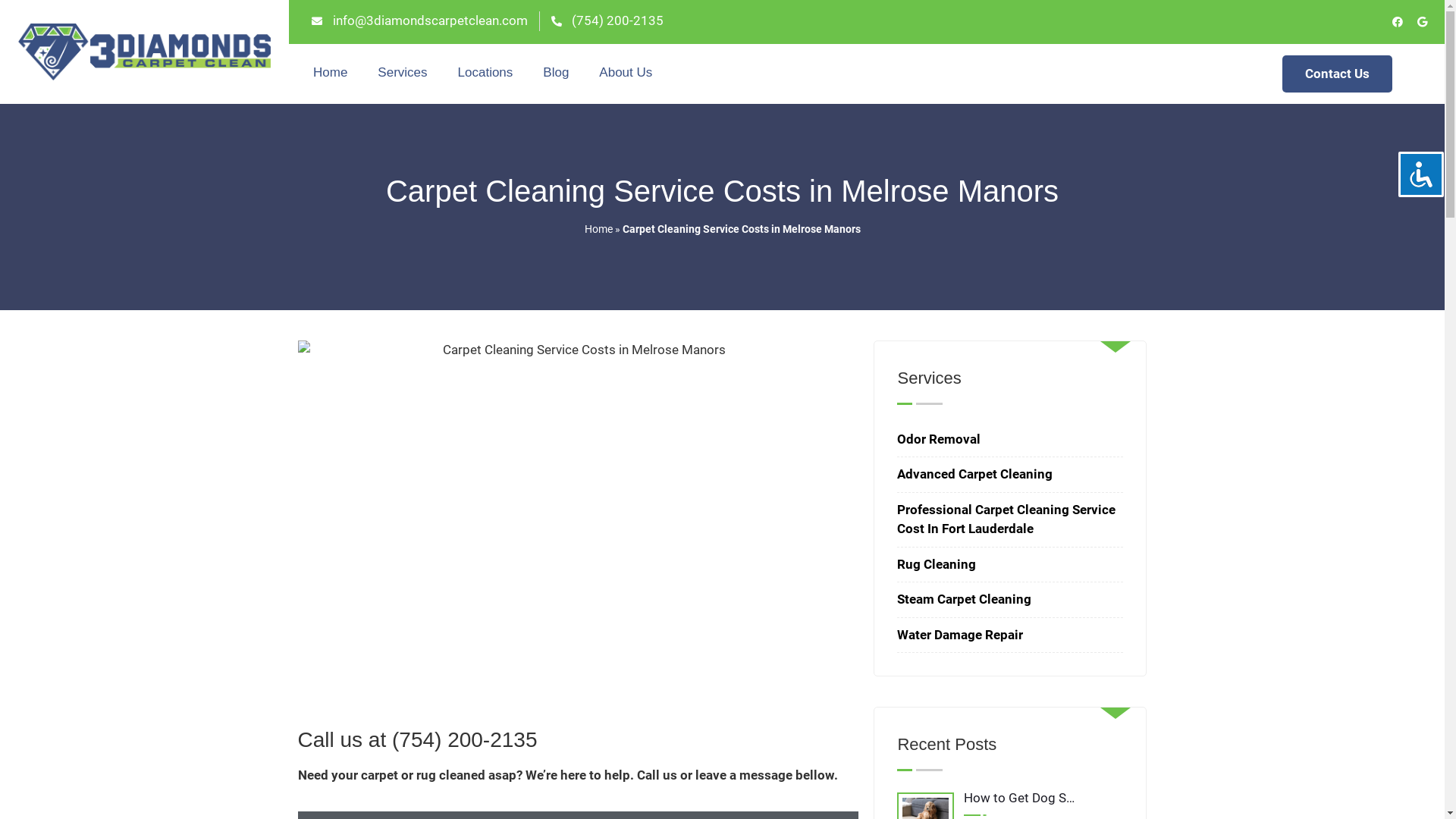  Describe the element at coordinates (582, 229) in the screenshot. I see `'Home'` at that location.